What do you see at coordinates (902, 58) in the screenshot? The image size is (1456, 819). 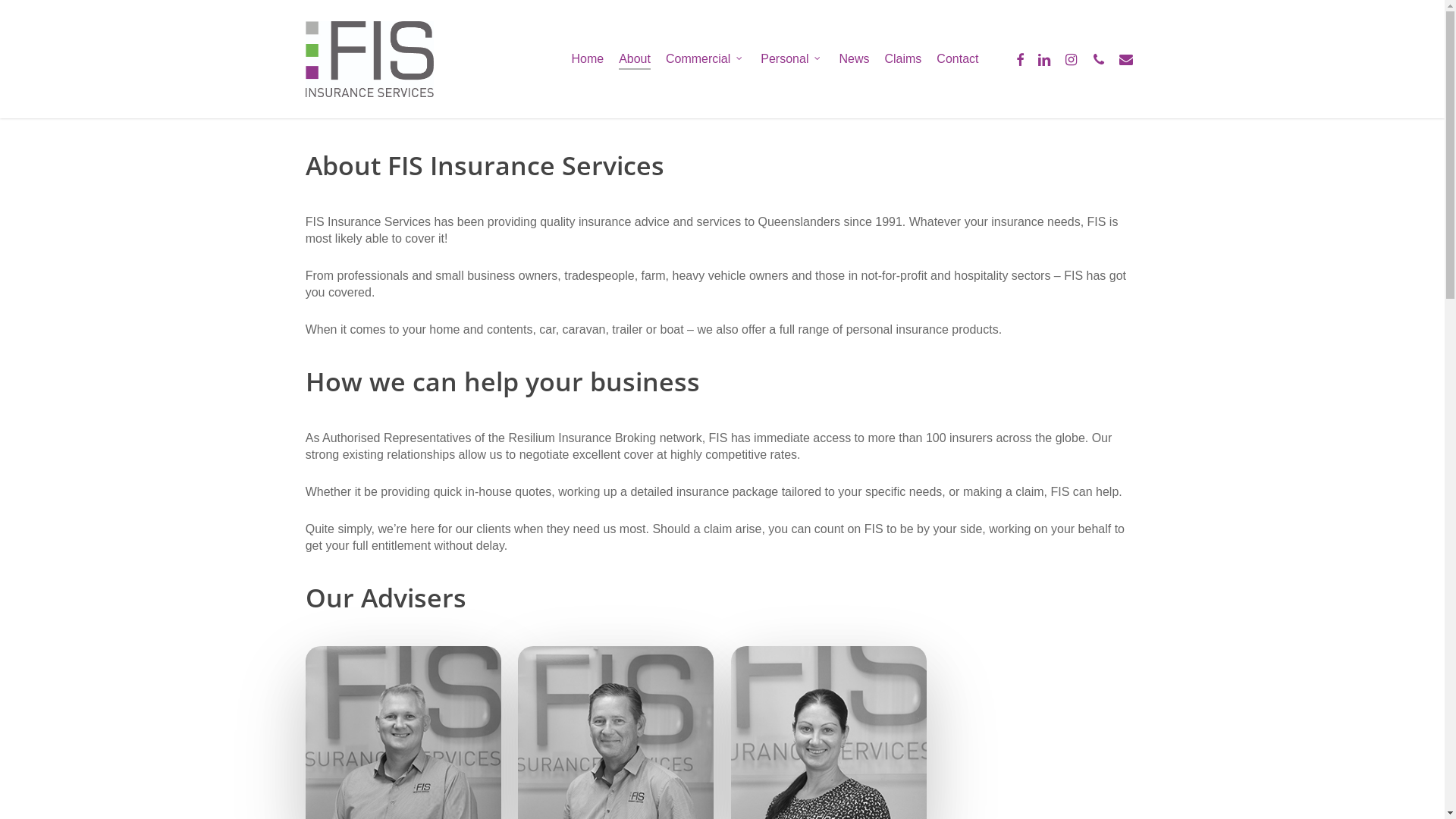 I see `'Claims'` at bounding box center [902, 58].